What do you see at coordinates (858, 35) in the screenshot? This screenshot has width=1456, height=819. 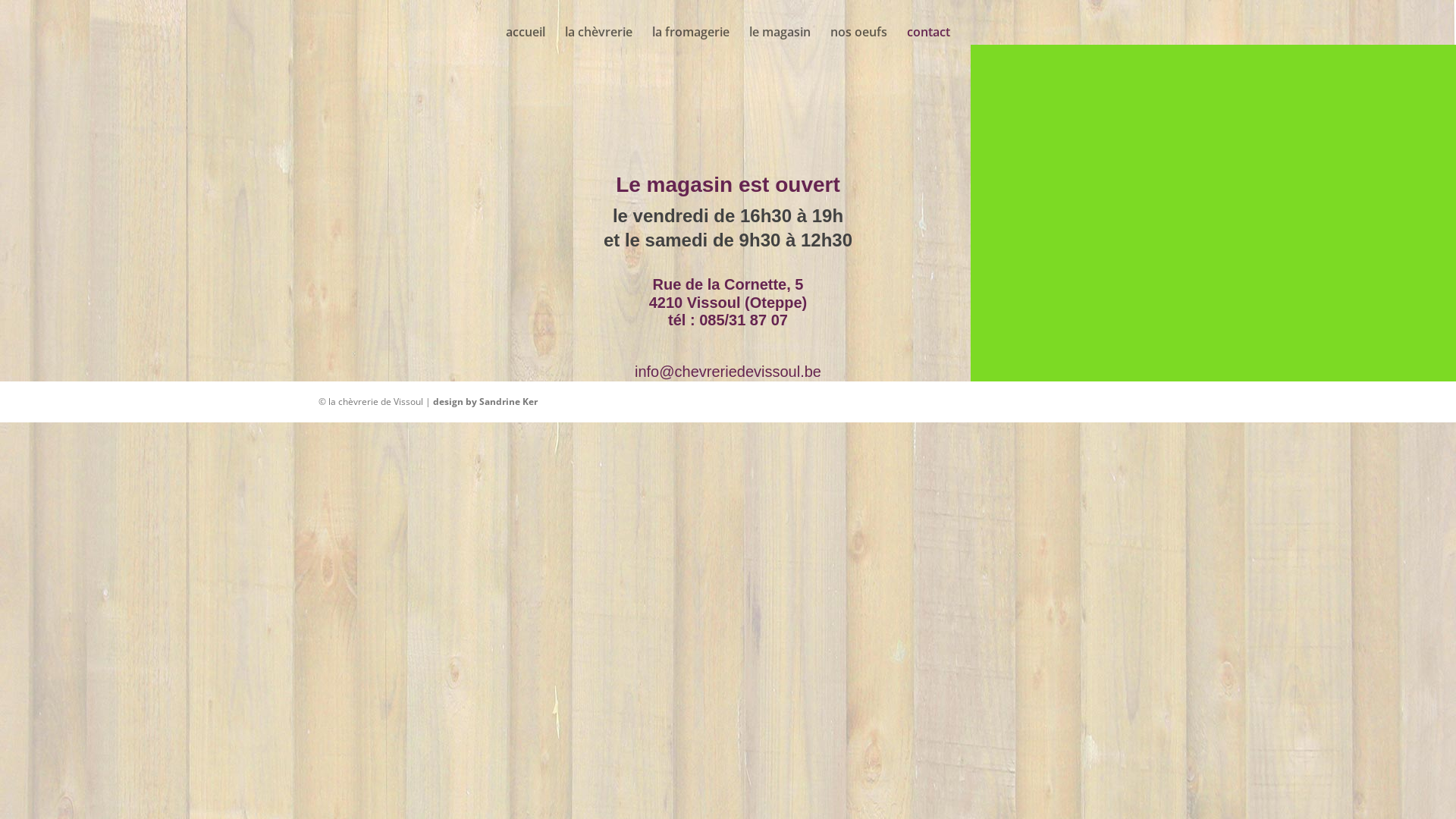 I see `'nos oeufs'` at bounding box center [858, 35].